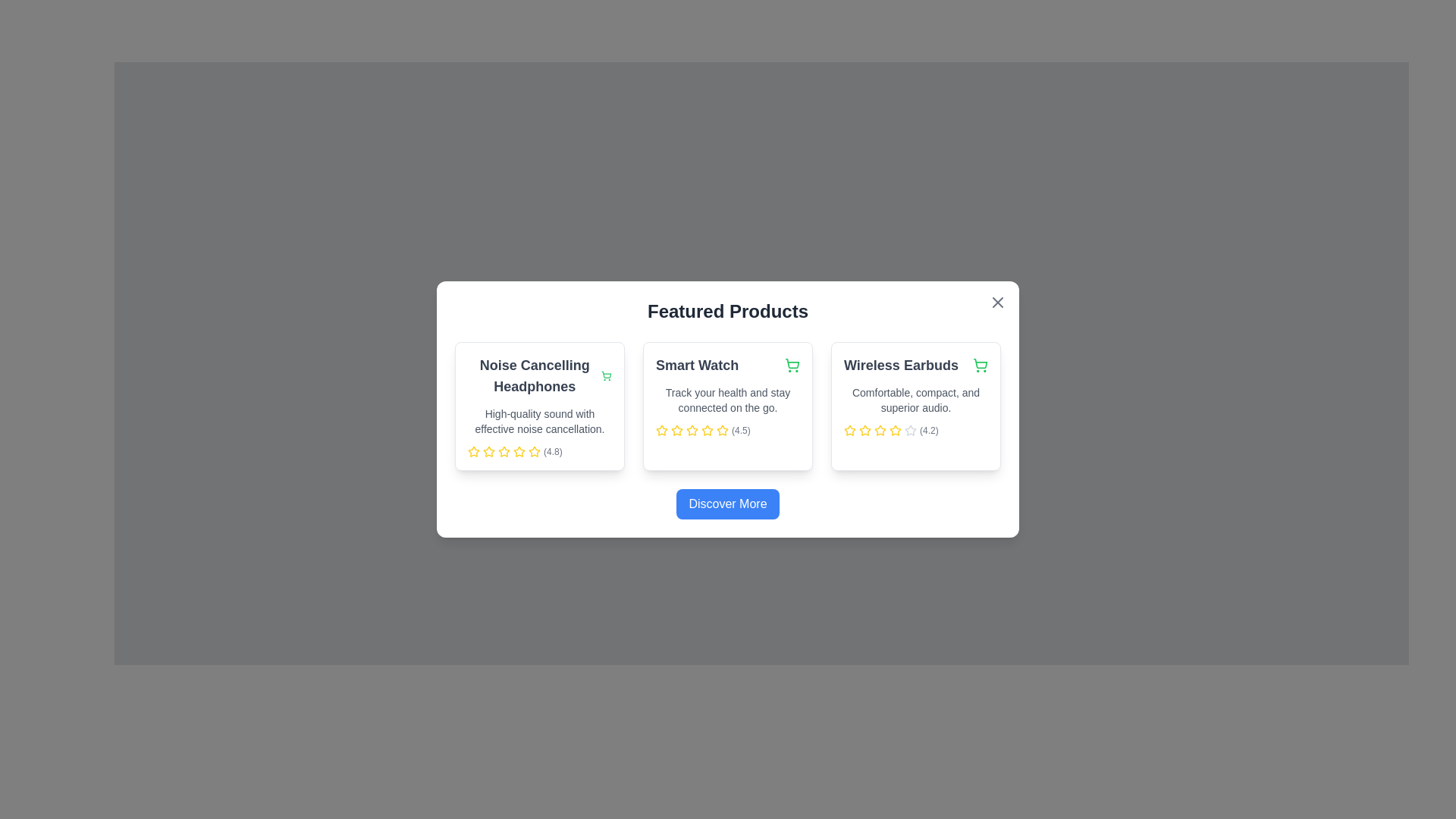 The height and width of the screenshot is (819, 1456). I want to click on the fifth star icon in the five-star rating row for the 'Wireless Earbuds' product, located in the rightmost card of the product list, so click(910, 430).